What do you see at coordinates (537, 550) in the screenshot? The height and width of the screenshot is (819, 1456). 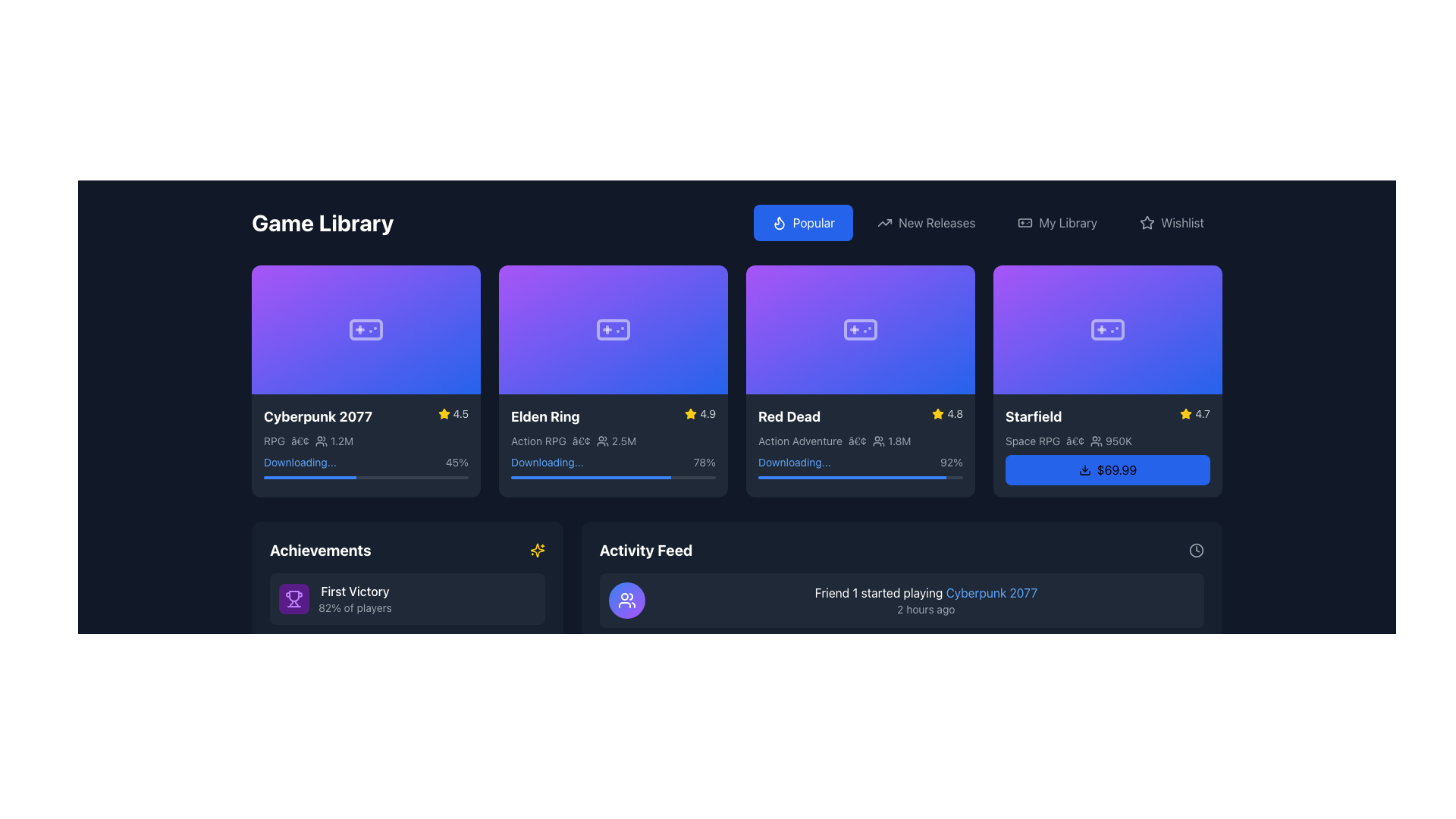 I see `the yellow star-shaped icon next to the 'First Victory' achievement box in the 'Achievements' section` at bounding box center [537, 550].